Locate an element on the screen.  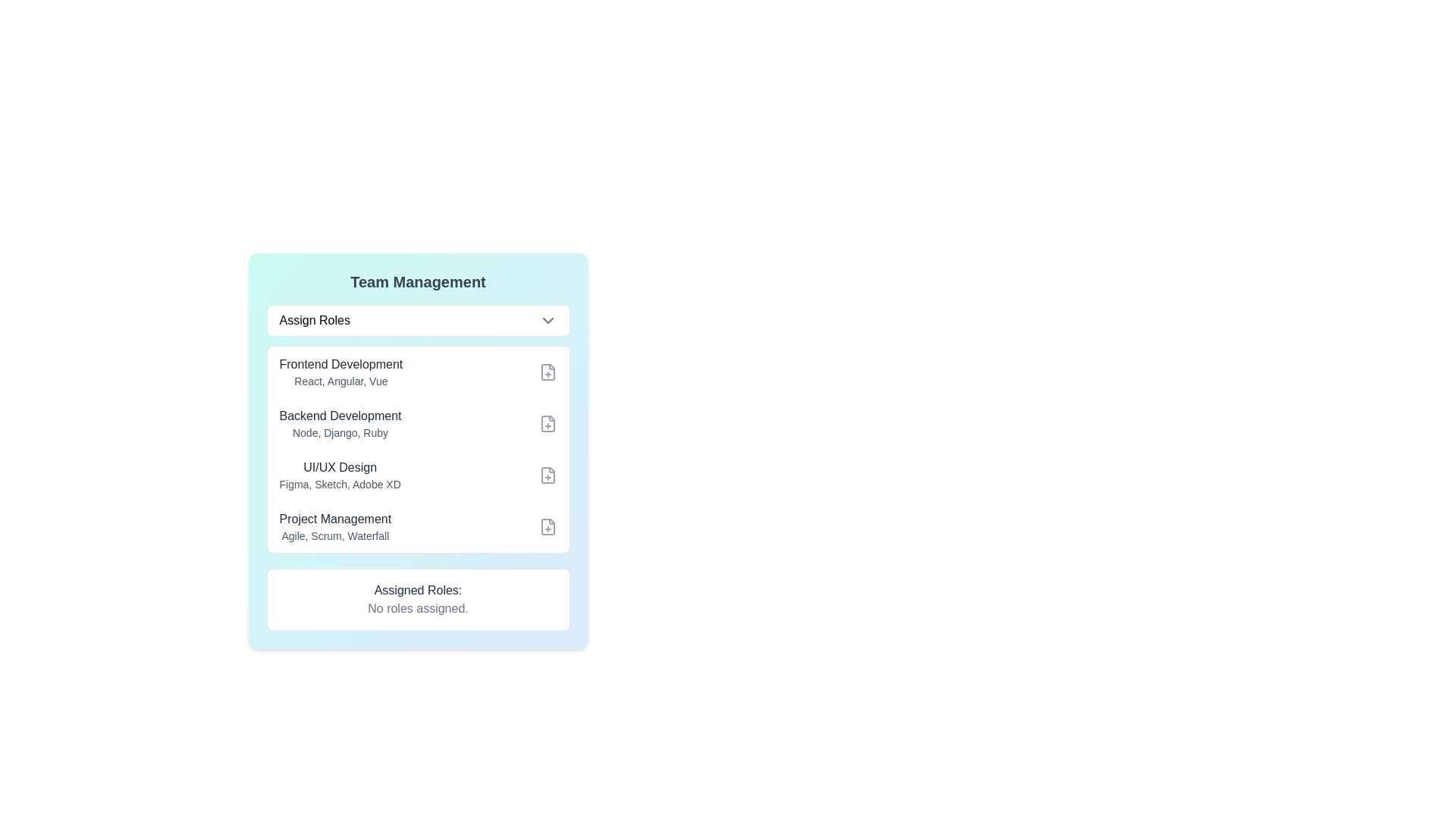
the 'Backend Development' list item in the 'Team Management' section is located at coordinates (339, 424).